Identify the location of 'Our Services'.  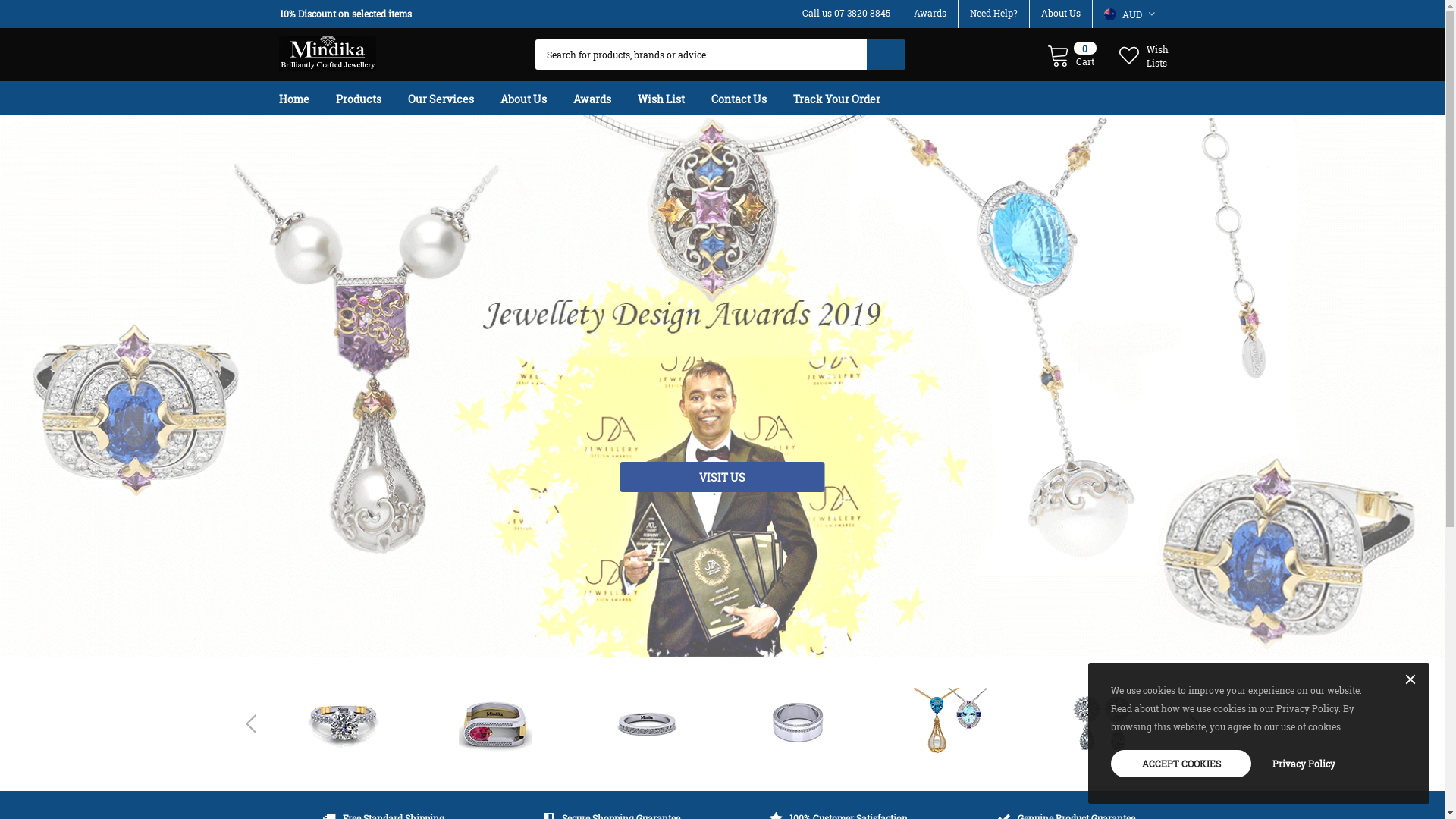
(452, 98).